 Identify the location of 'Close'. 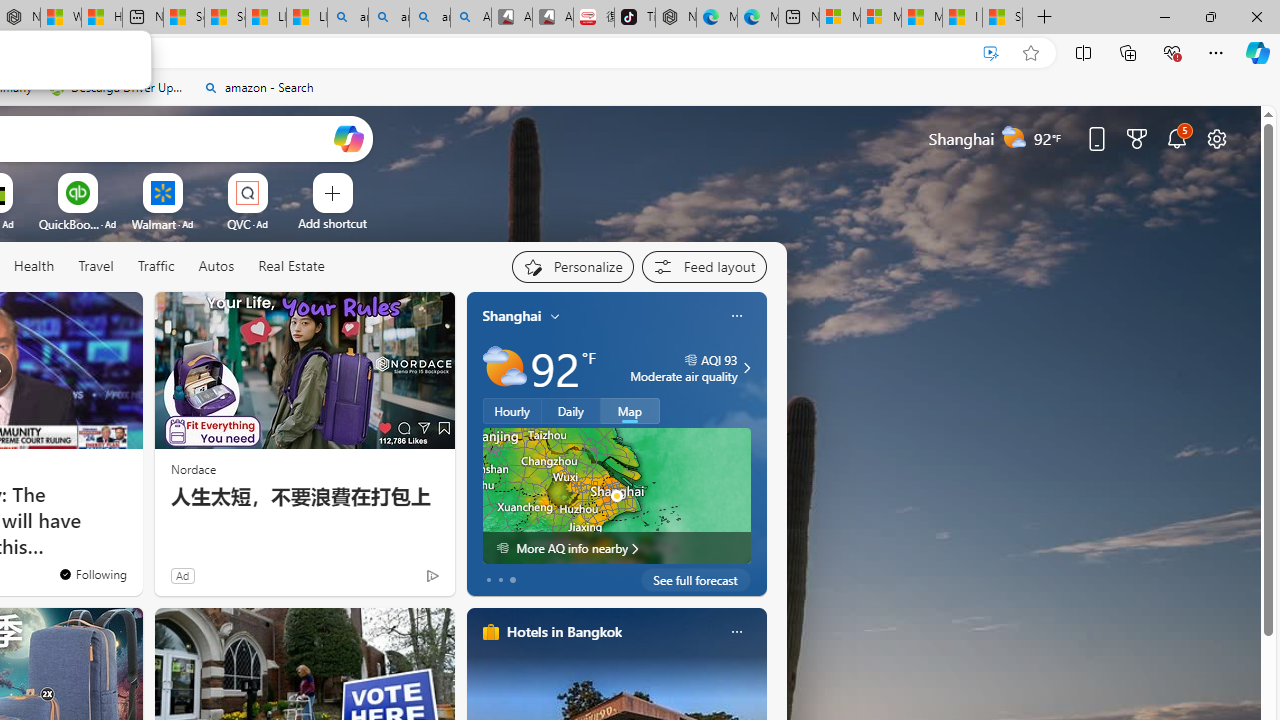
(1255, 16).